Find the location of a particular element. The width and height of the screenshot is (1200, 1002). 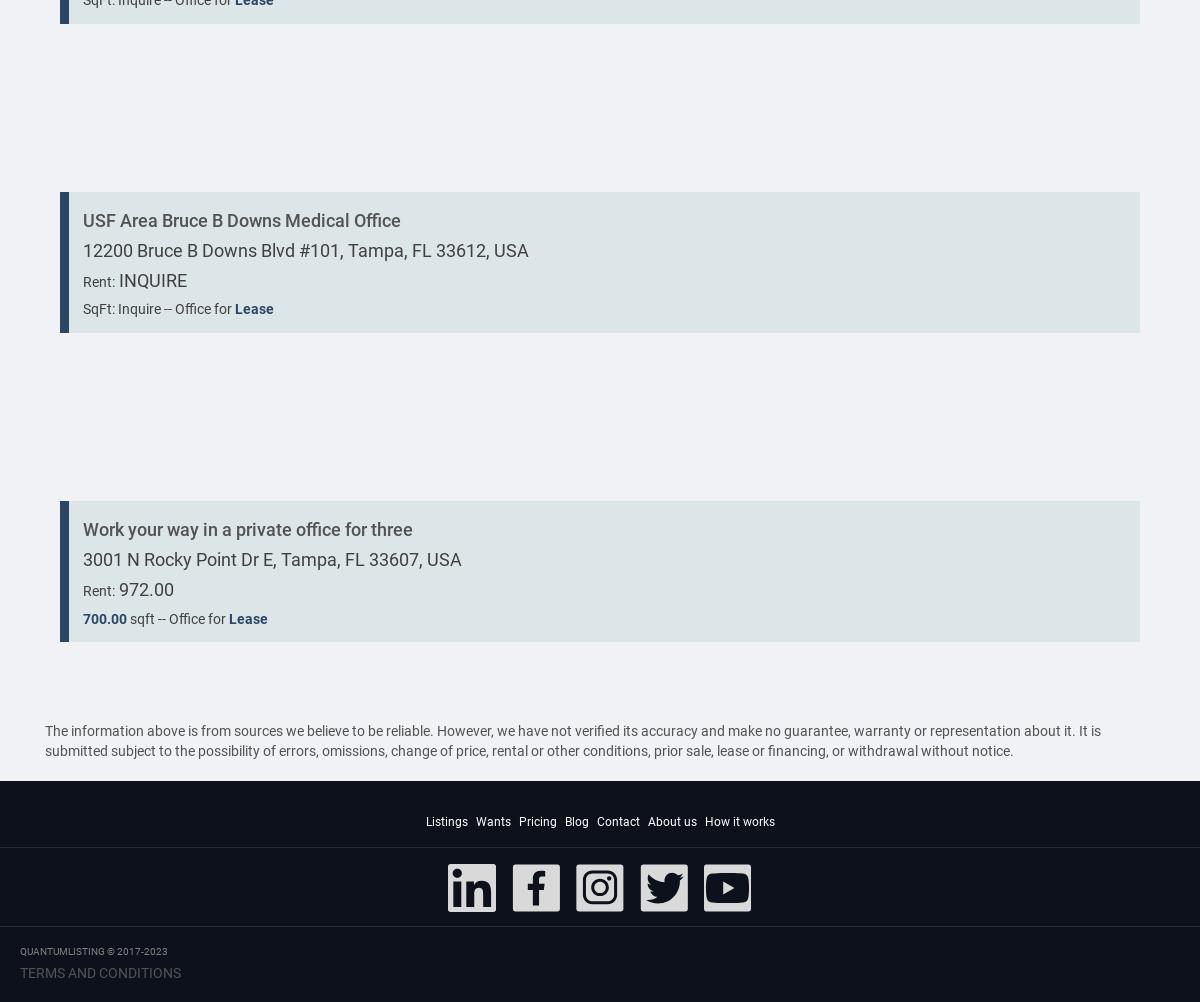

'About us' is located at coordinates (671, 821).